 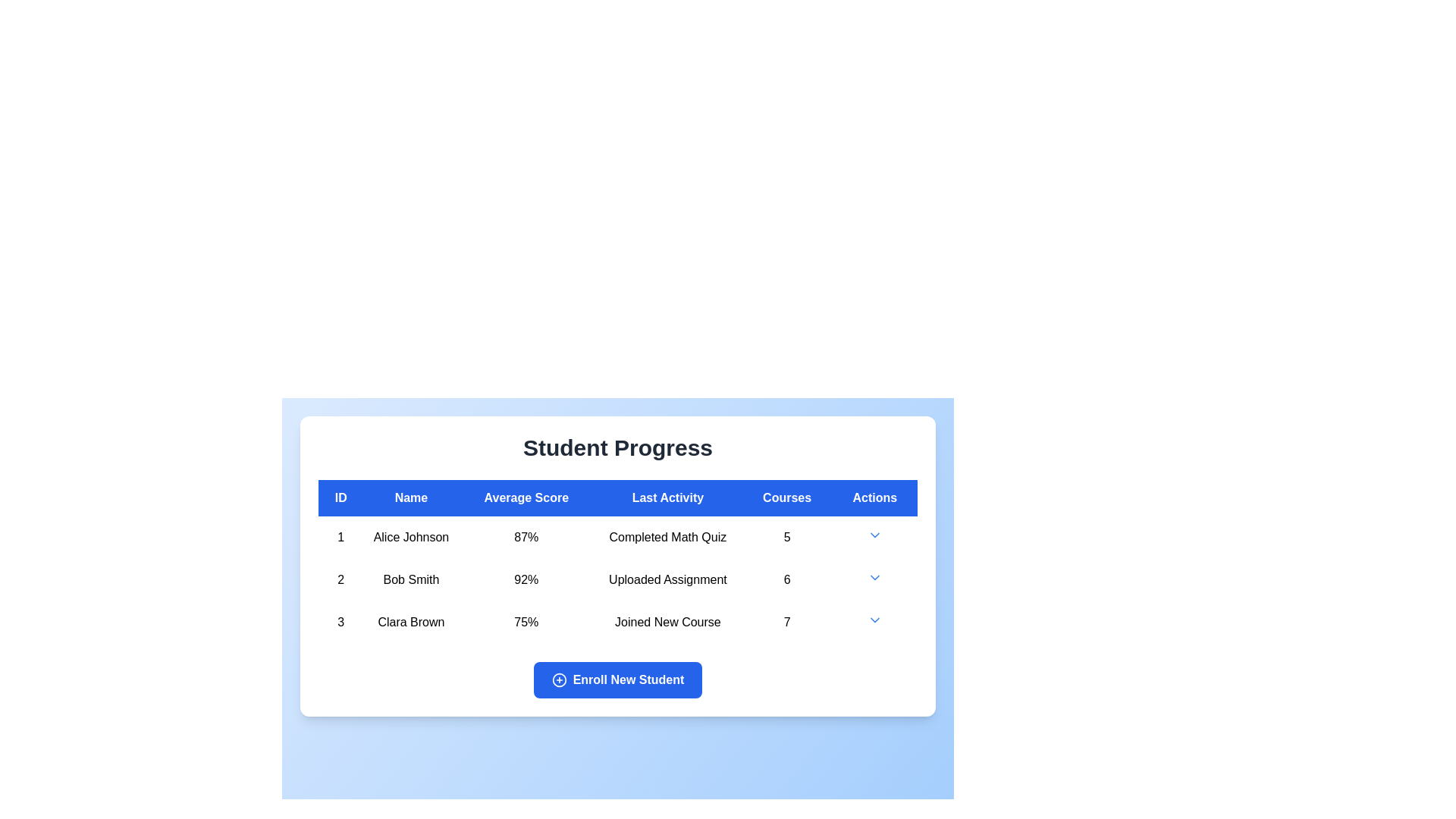 I want to click on the bold numerical text '6' in the 'Courses' column of the second row in the 'Student Progress' table, which indicates the number of uploaded assignments, so click(x=787, y=579).